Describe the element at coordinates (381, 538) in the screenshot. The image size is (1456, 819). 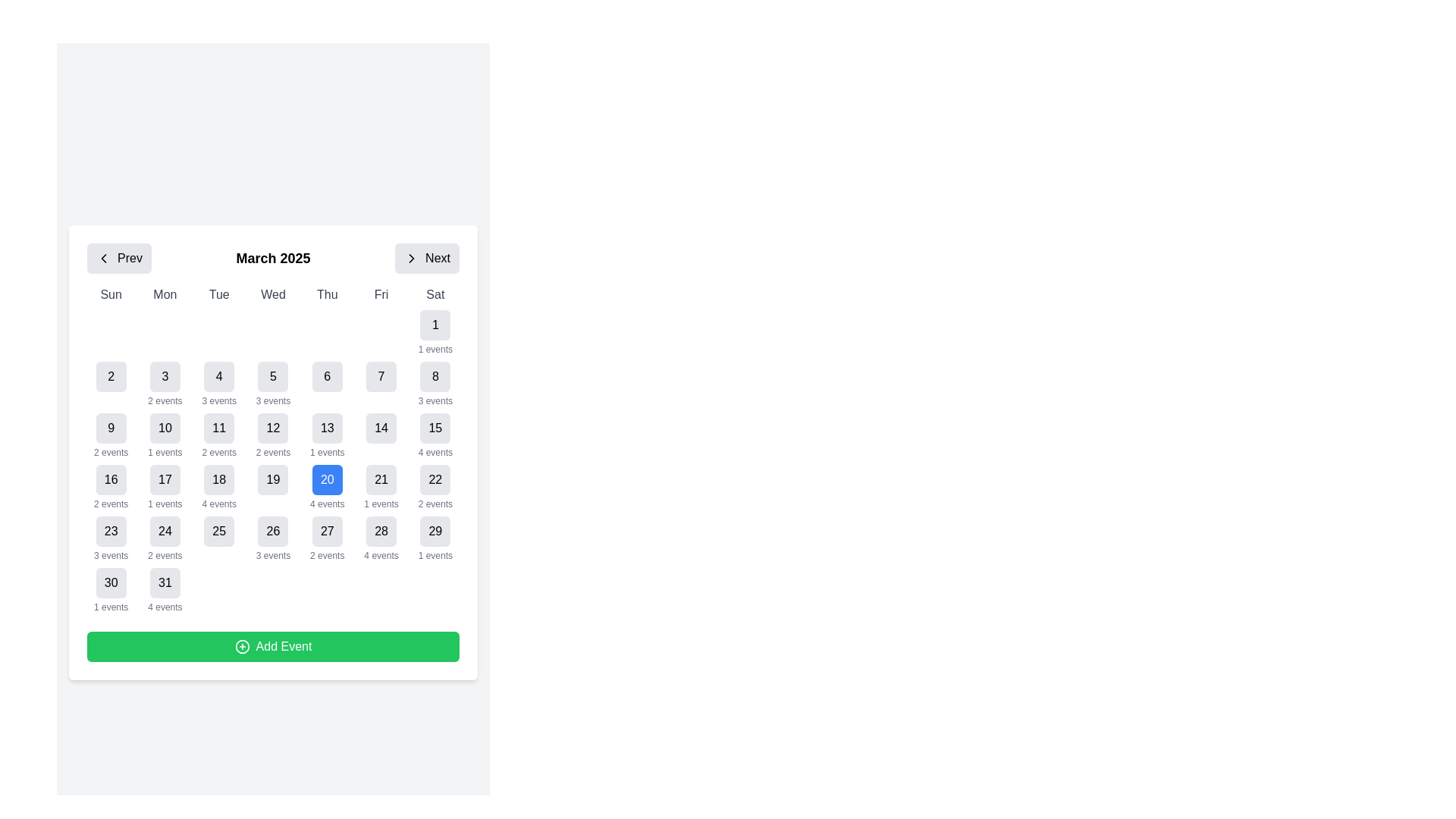
I see `the Calendar cell representing the 28th day of March 2025` at that location.